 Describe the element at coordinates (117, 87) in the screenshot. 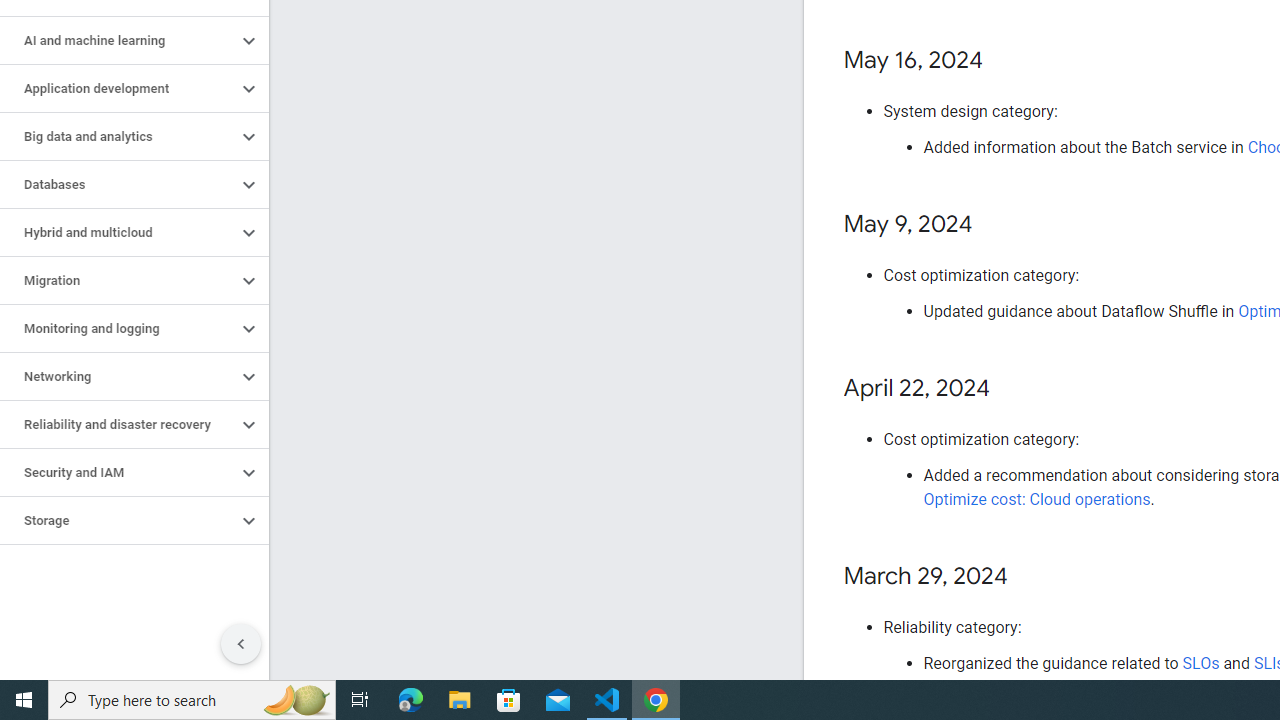

I see `'Application development'` at that location.